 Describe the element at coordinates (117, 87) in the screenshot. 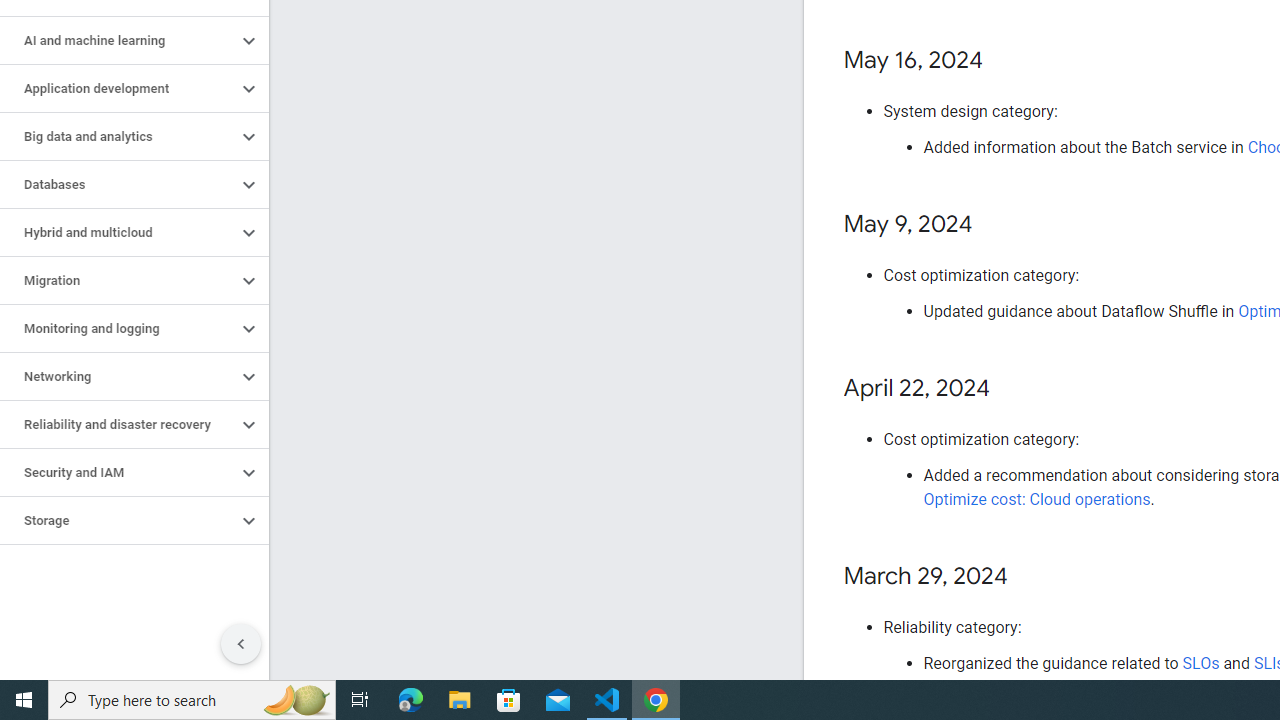

I see `'Application development'` at that location.